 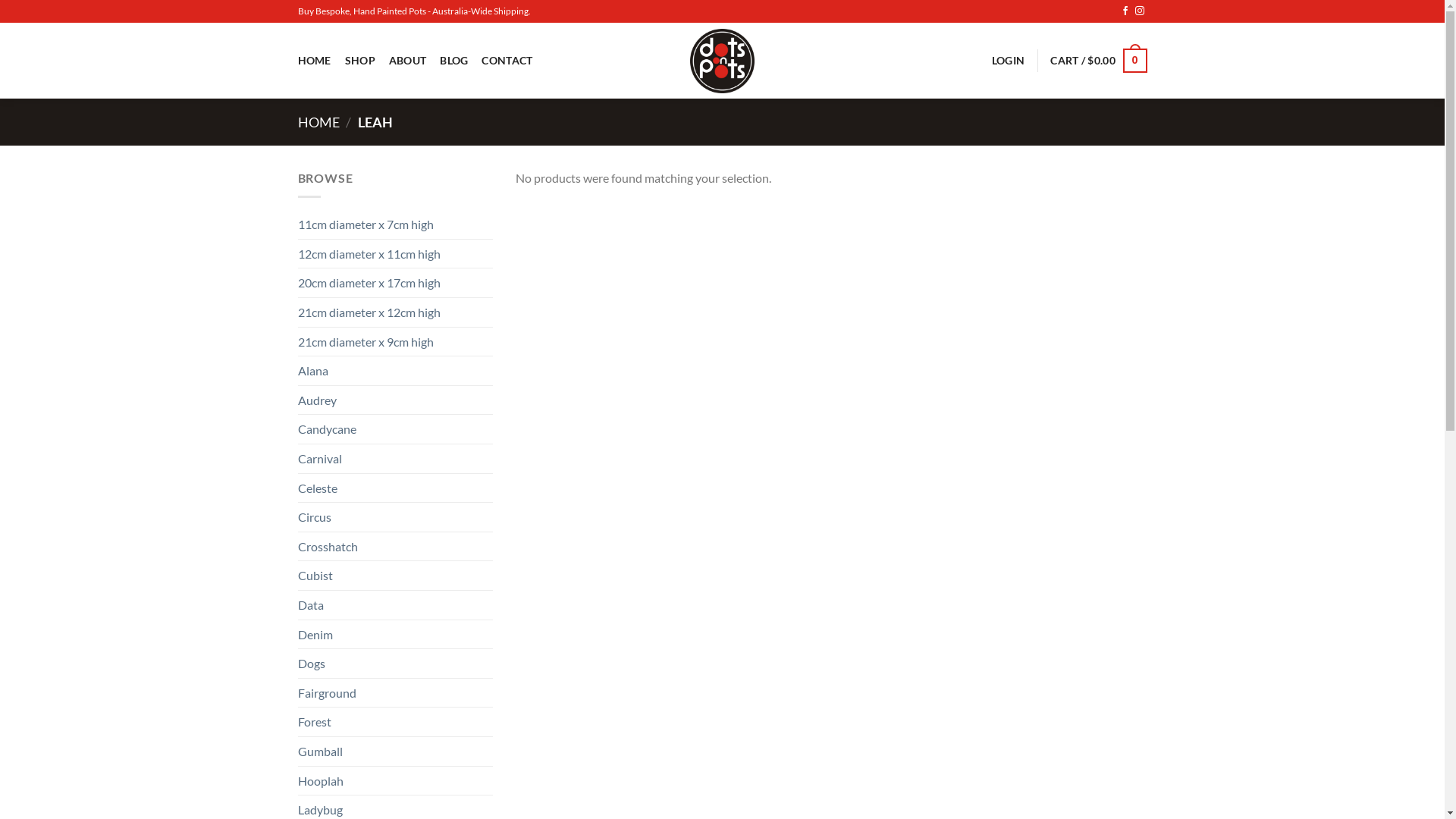 I want to click on 'Carnival', so click(x=395, y=458).